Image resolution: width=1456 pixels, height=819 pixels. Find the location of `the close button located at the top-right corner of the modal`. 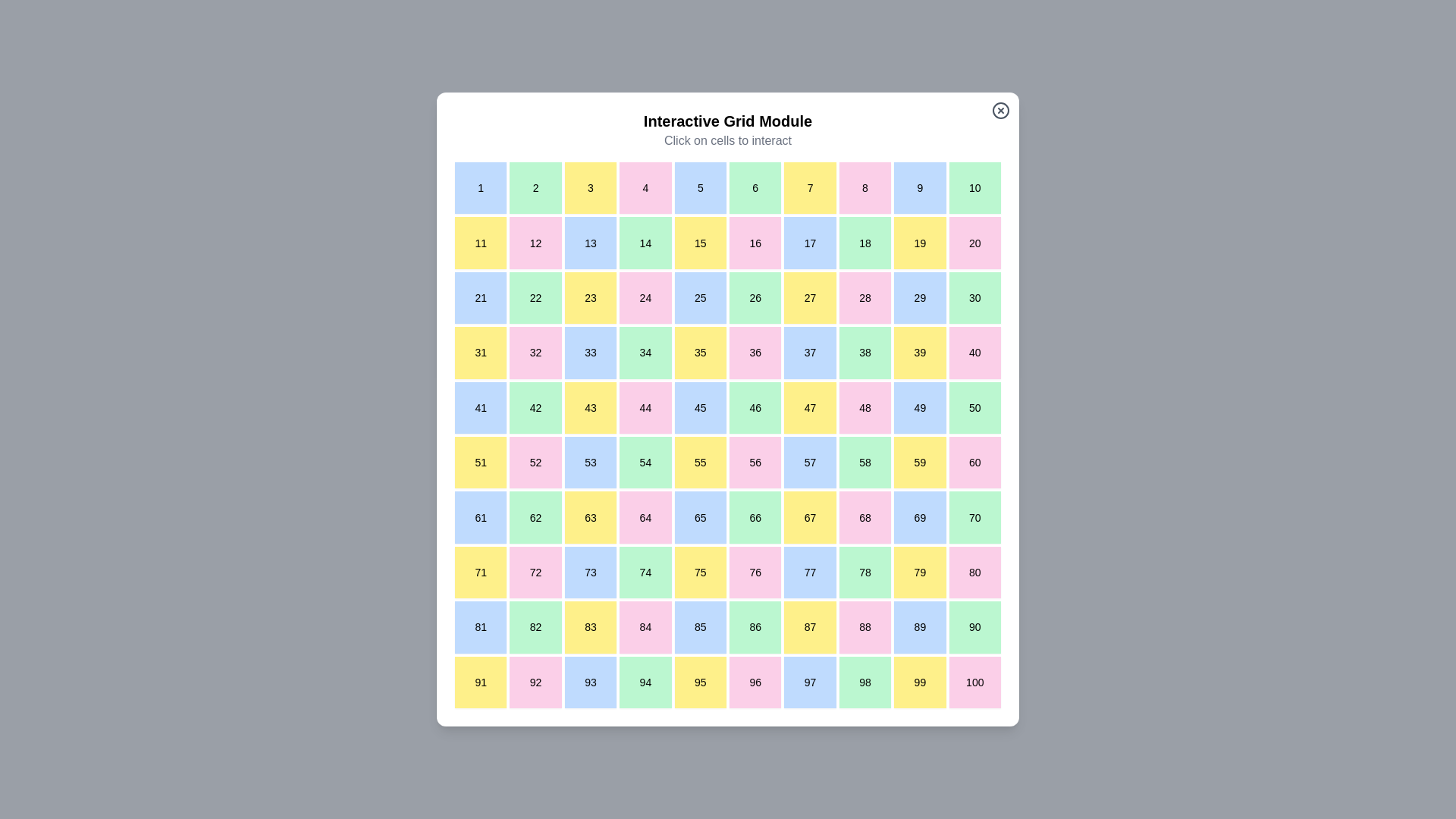

the close button located at the top-right corner of the modal is located at coordinates (1001, 110).